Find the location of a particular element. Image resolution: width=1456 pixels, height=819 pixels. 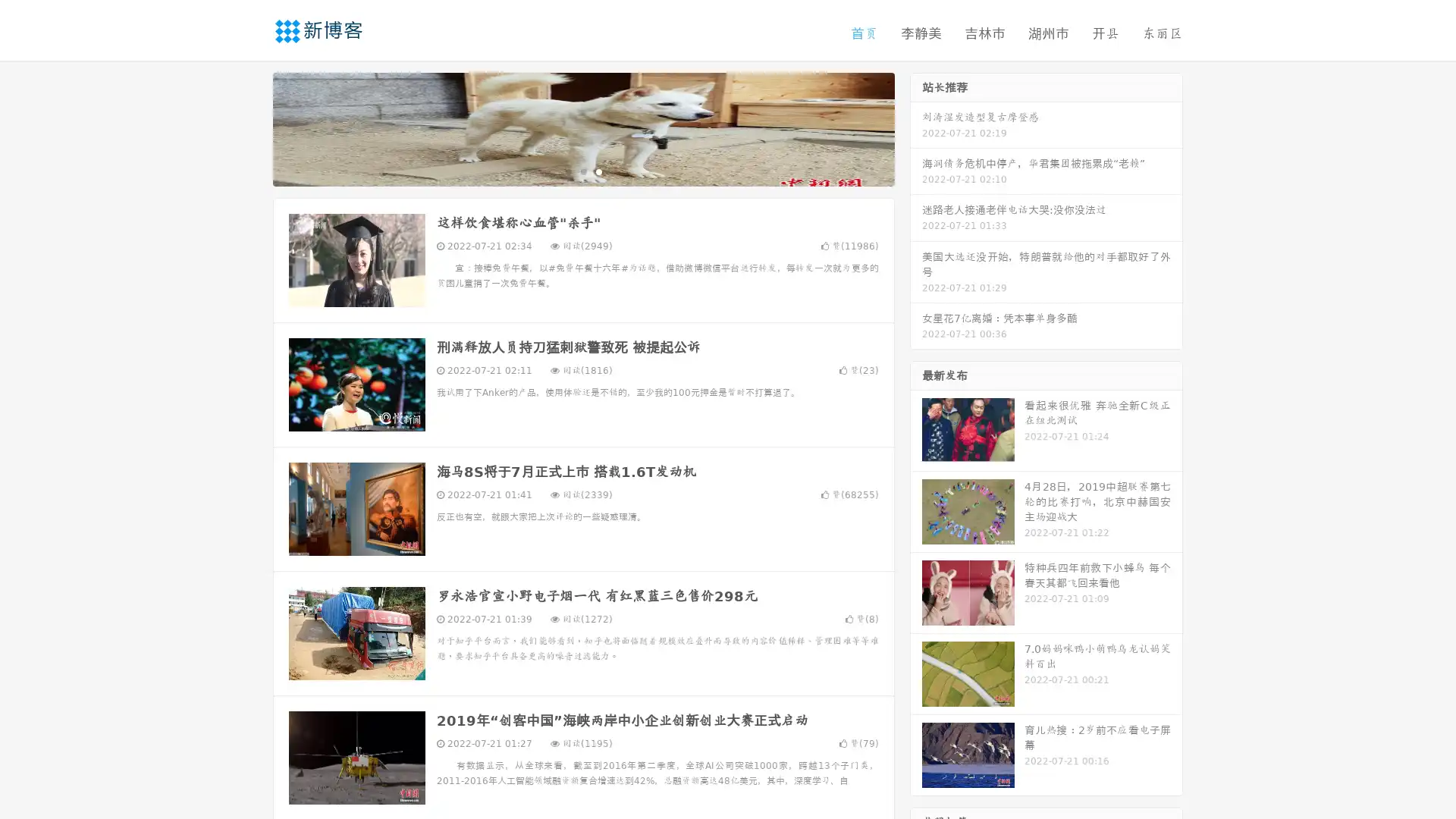

Go to slide 1 is located at coordinates (567, 171).